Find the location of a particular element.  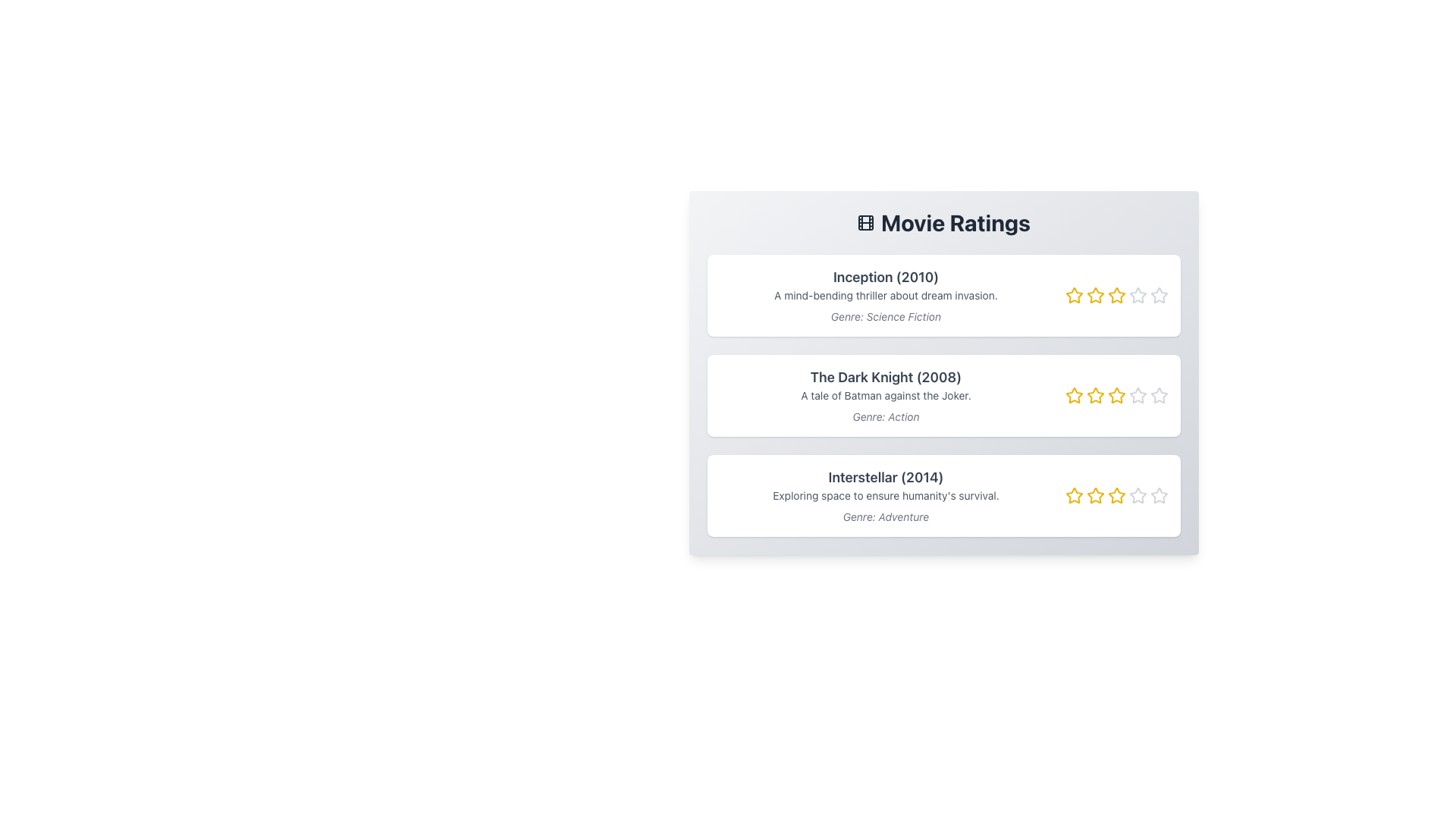

the third star rating icon for 'Interstellar (2014)' to enable accessibility navigation is located at coordinates (1116, 495).